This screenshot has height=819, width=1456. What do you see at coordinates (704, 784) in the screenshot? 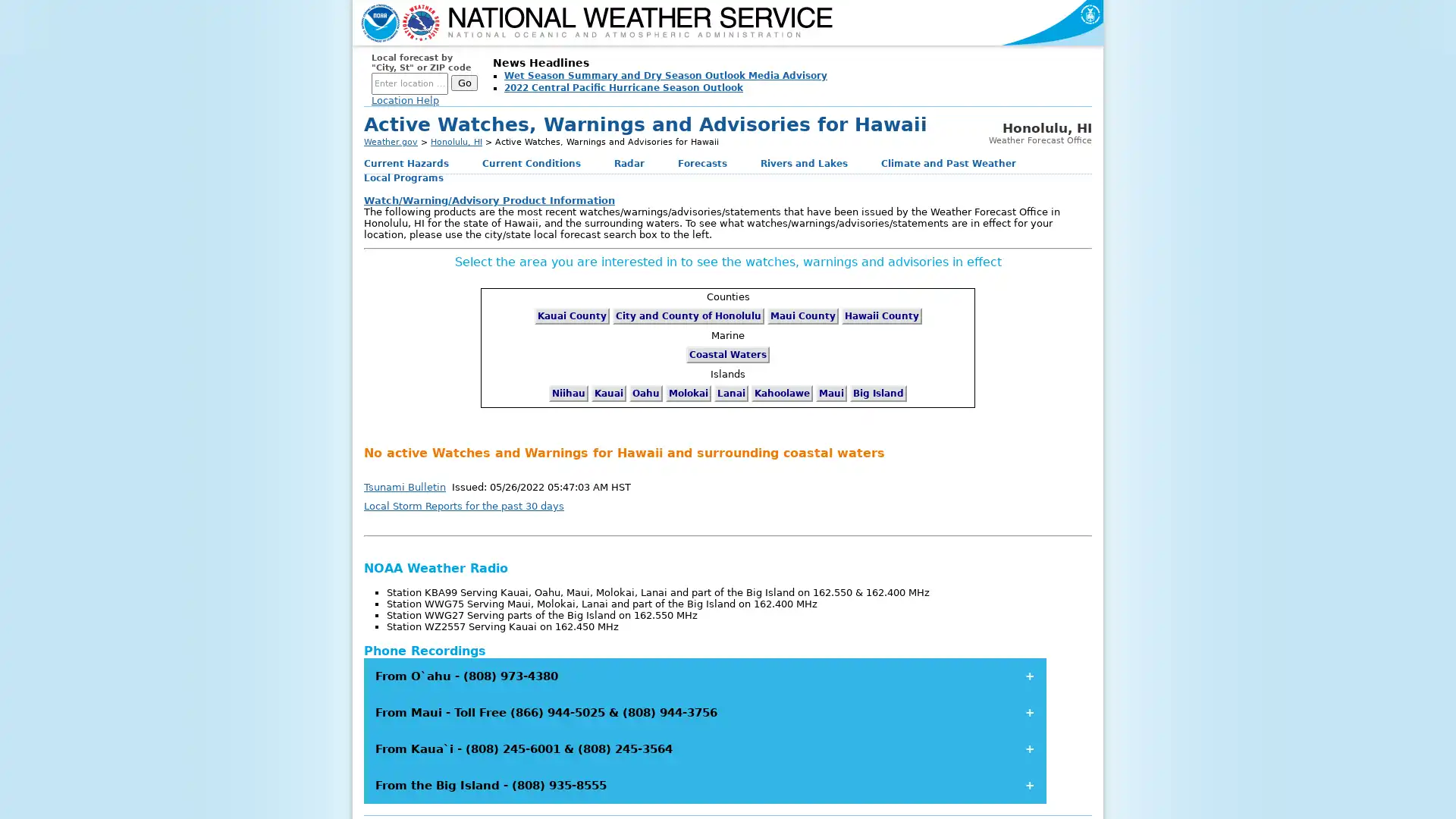
I see `From the Big Island - (808) 935-8555 +` at bounding box center [704, 784].